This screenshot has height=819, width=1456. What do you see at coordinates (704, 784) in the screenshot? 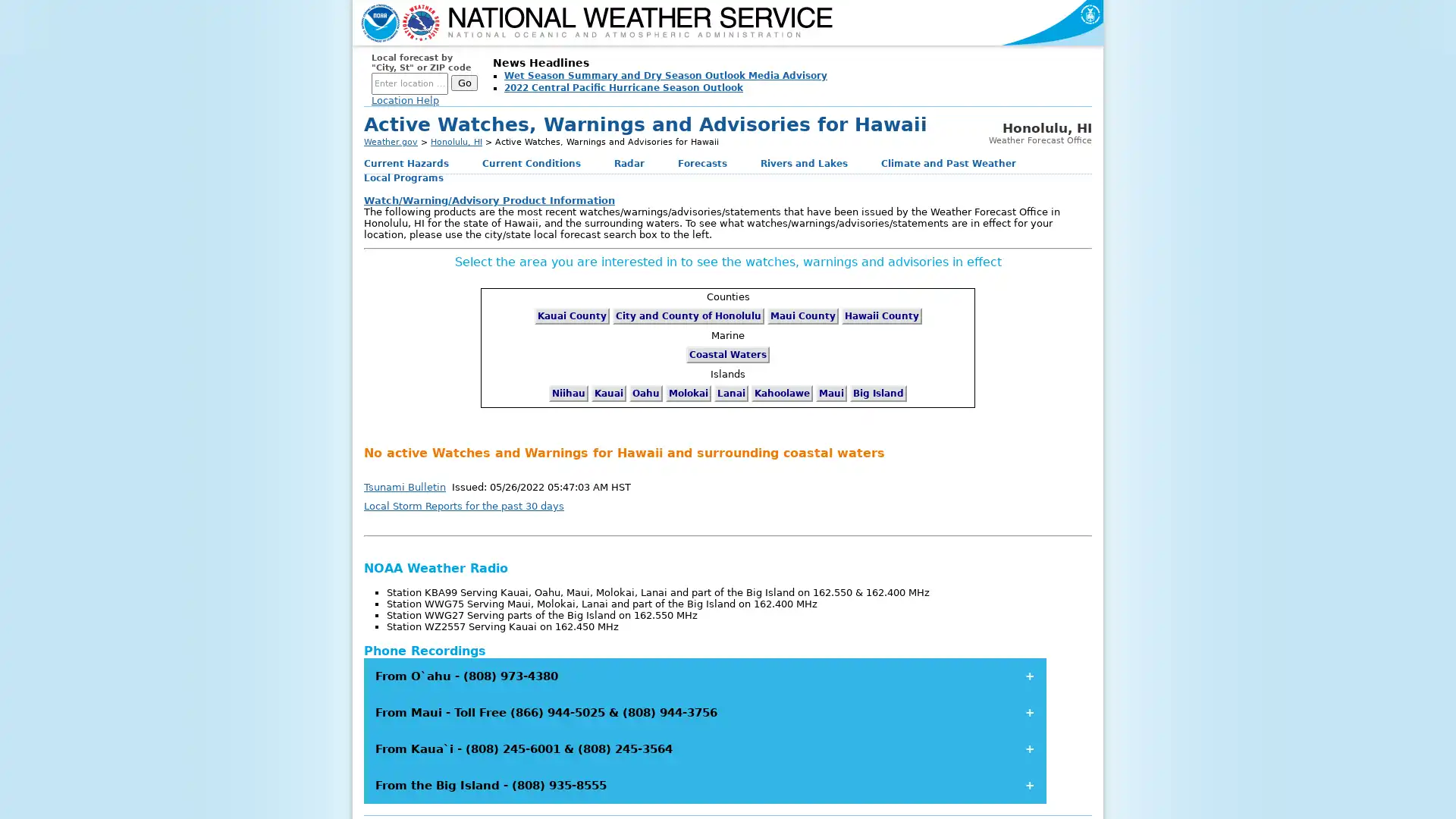
I see `From the Big Island - (808) 935-8555 +` at bounding box center [704, 784].